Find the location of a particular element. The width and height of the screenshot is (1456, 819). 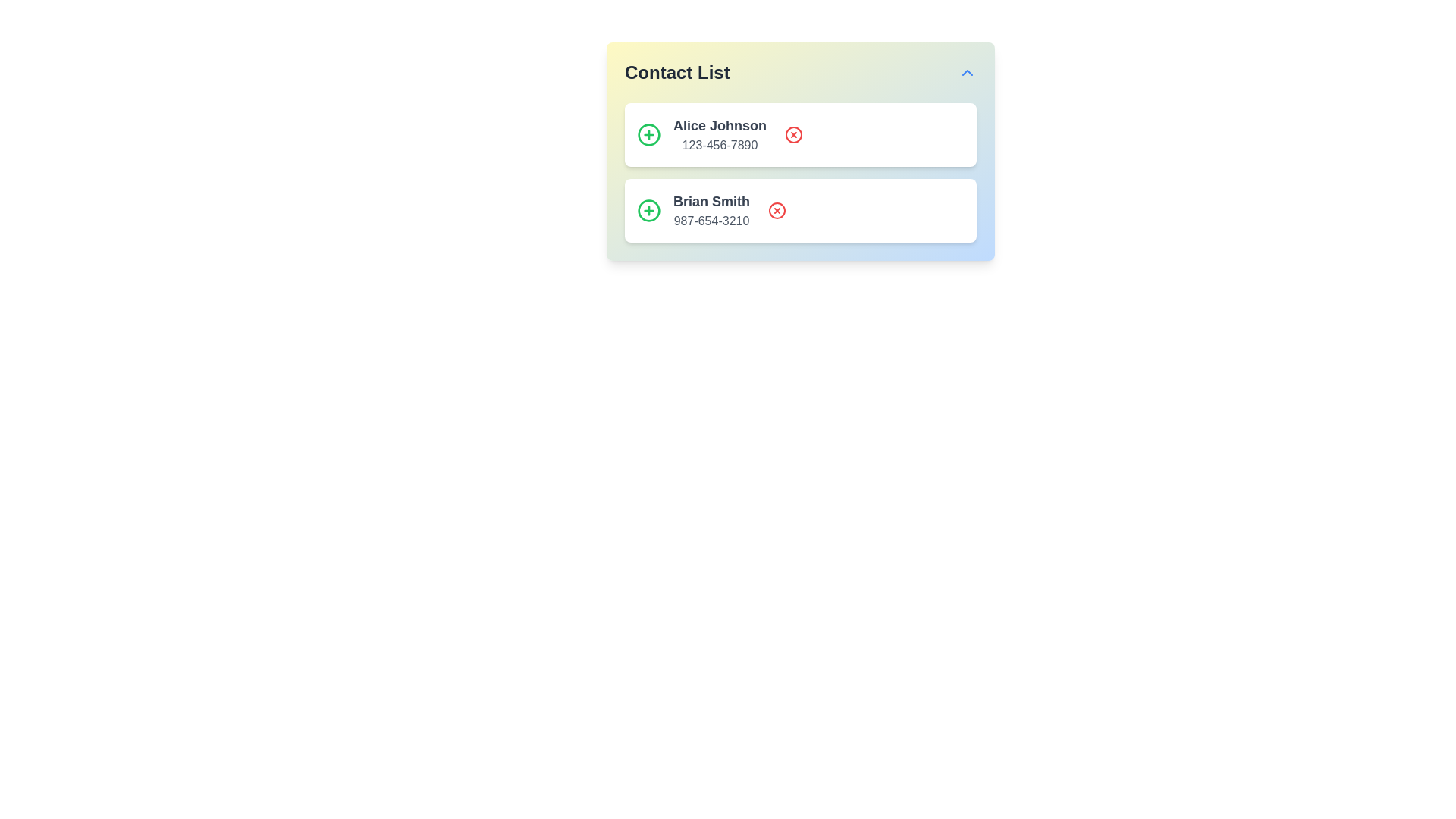

the 'delete' button next to 'Brian Smith' is located at coordinates (777, 210).